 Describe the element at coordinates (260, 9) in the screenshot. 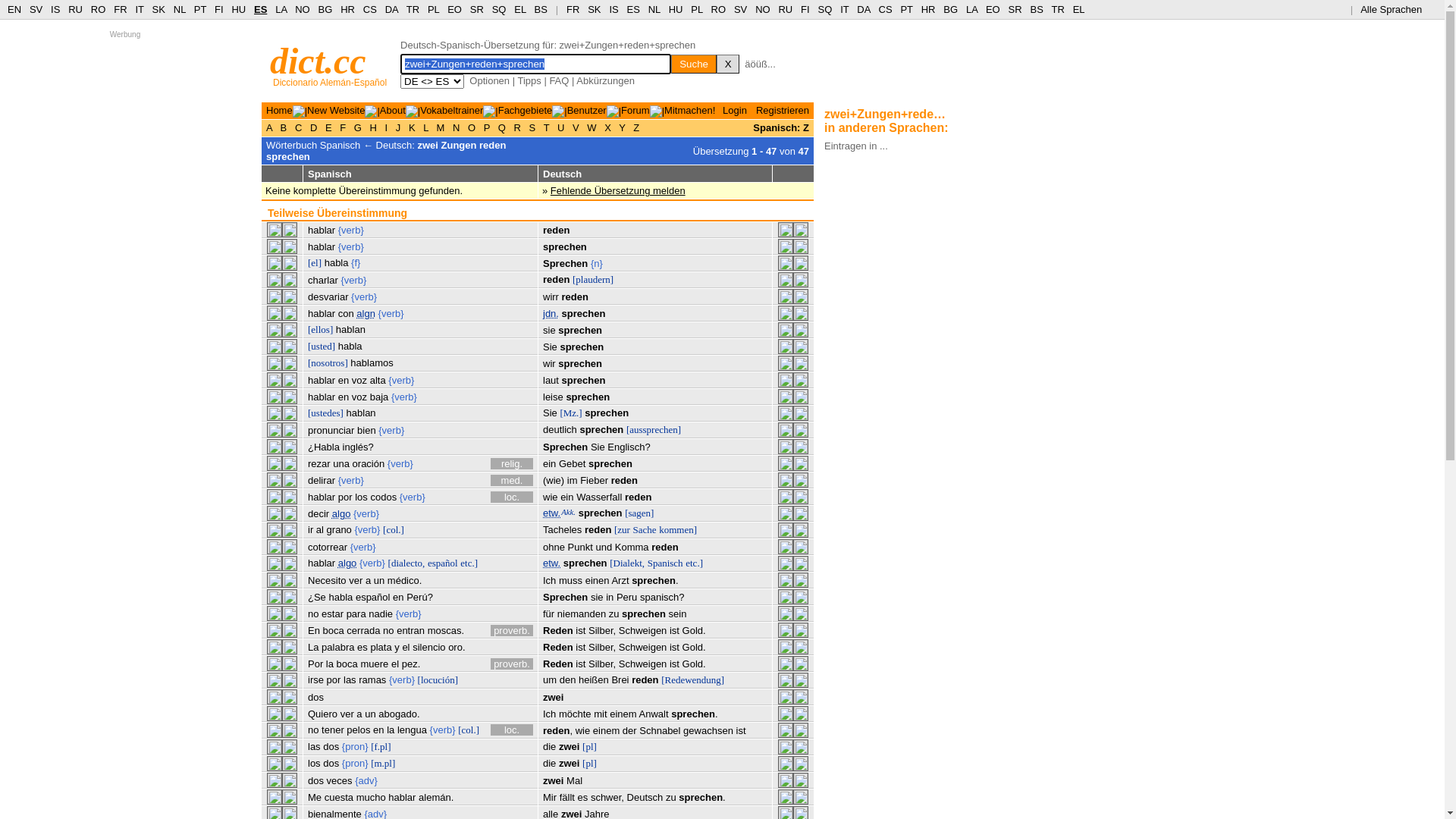

I see `'ES'` at that location.